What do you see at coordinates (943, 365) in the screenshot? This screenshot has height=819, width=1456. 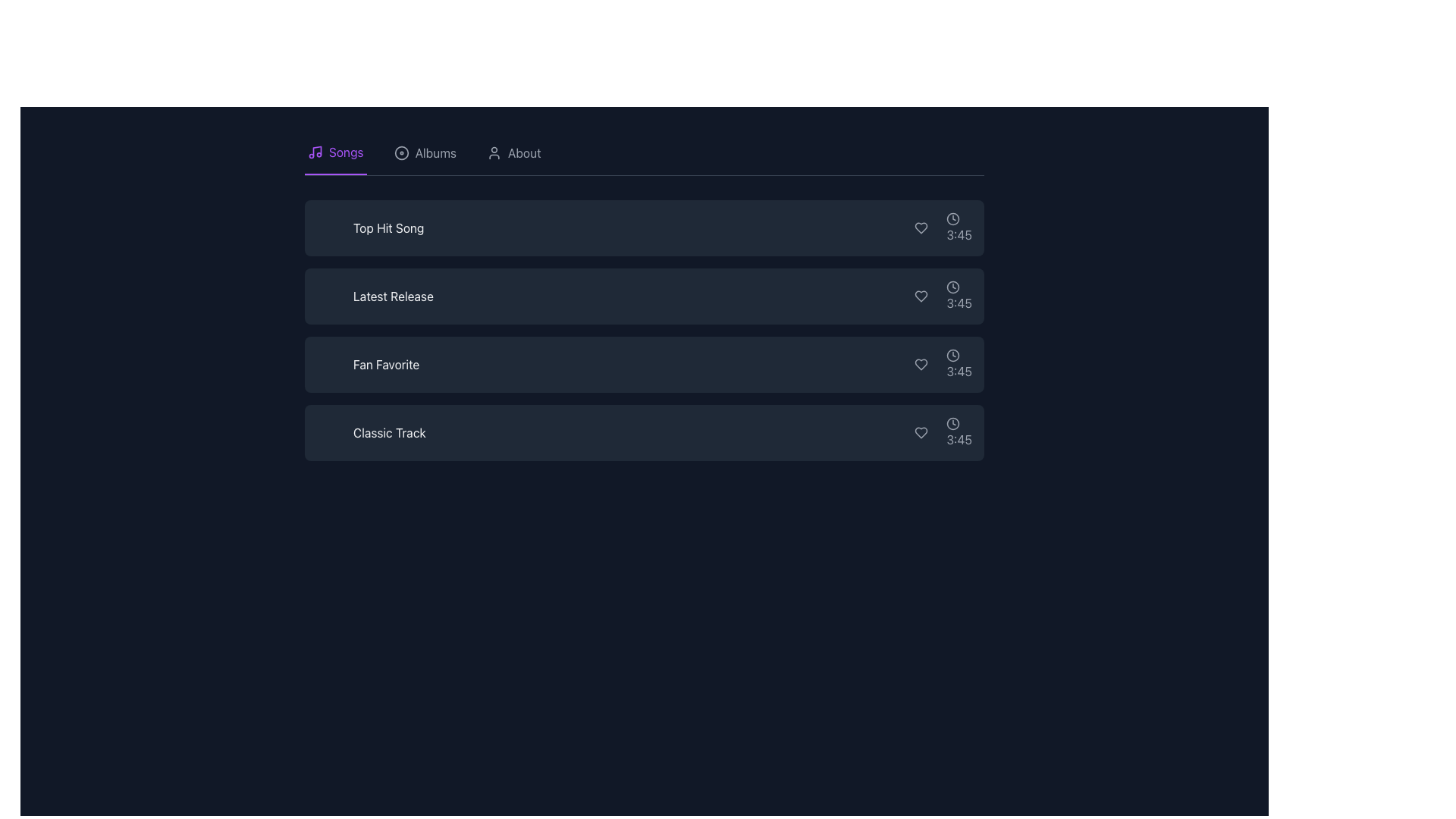 I see `the text label displaying the duration associated with the 'Fan Favorite' item, located in the third list item row towards the right end` at bounding box center [943, 365].